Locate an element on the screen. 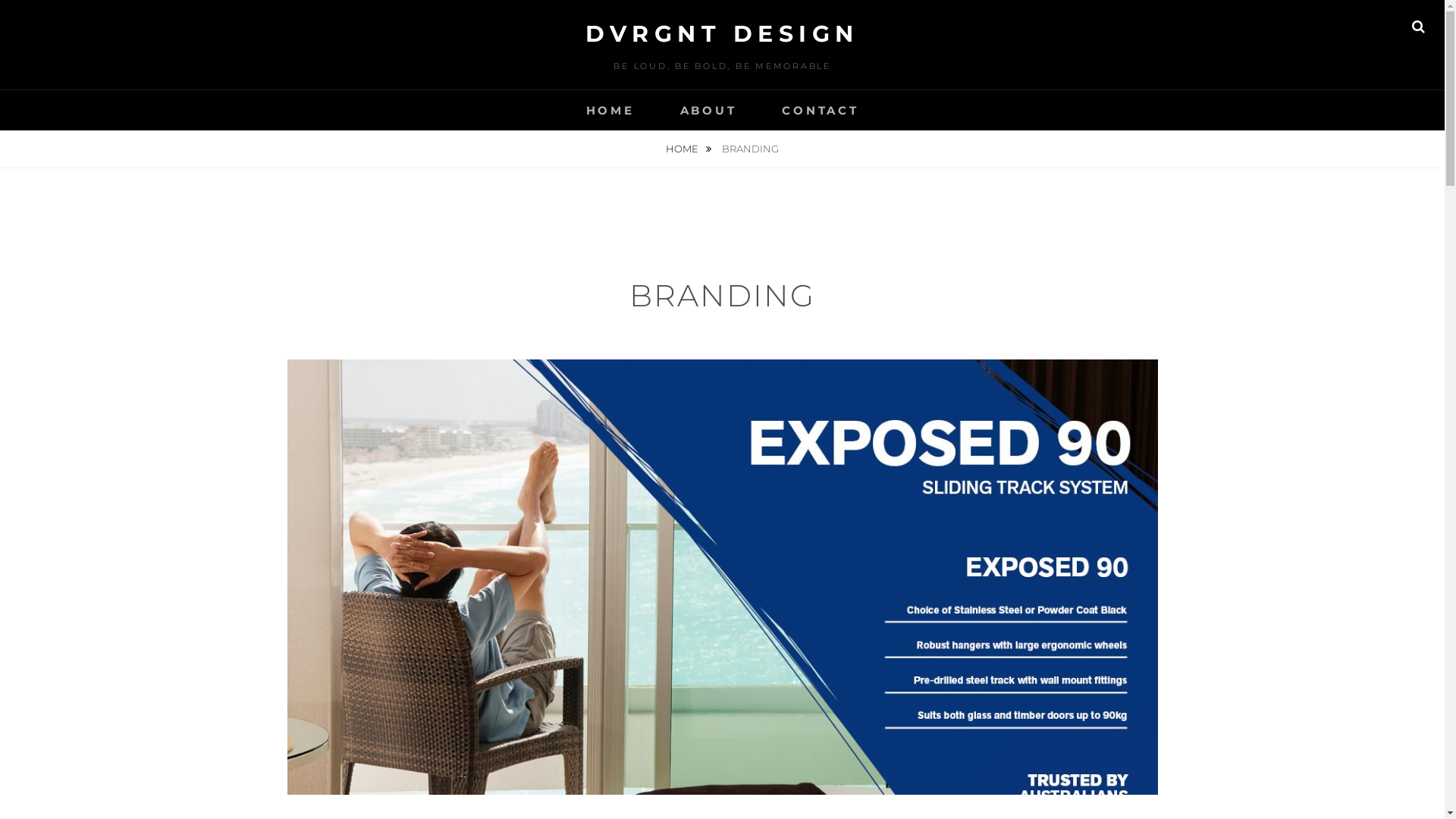 The image size is (1456, 819). 'HOME' is located at coordinates (610, 109).